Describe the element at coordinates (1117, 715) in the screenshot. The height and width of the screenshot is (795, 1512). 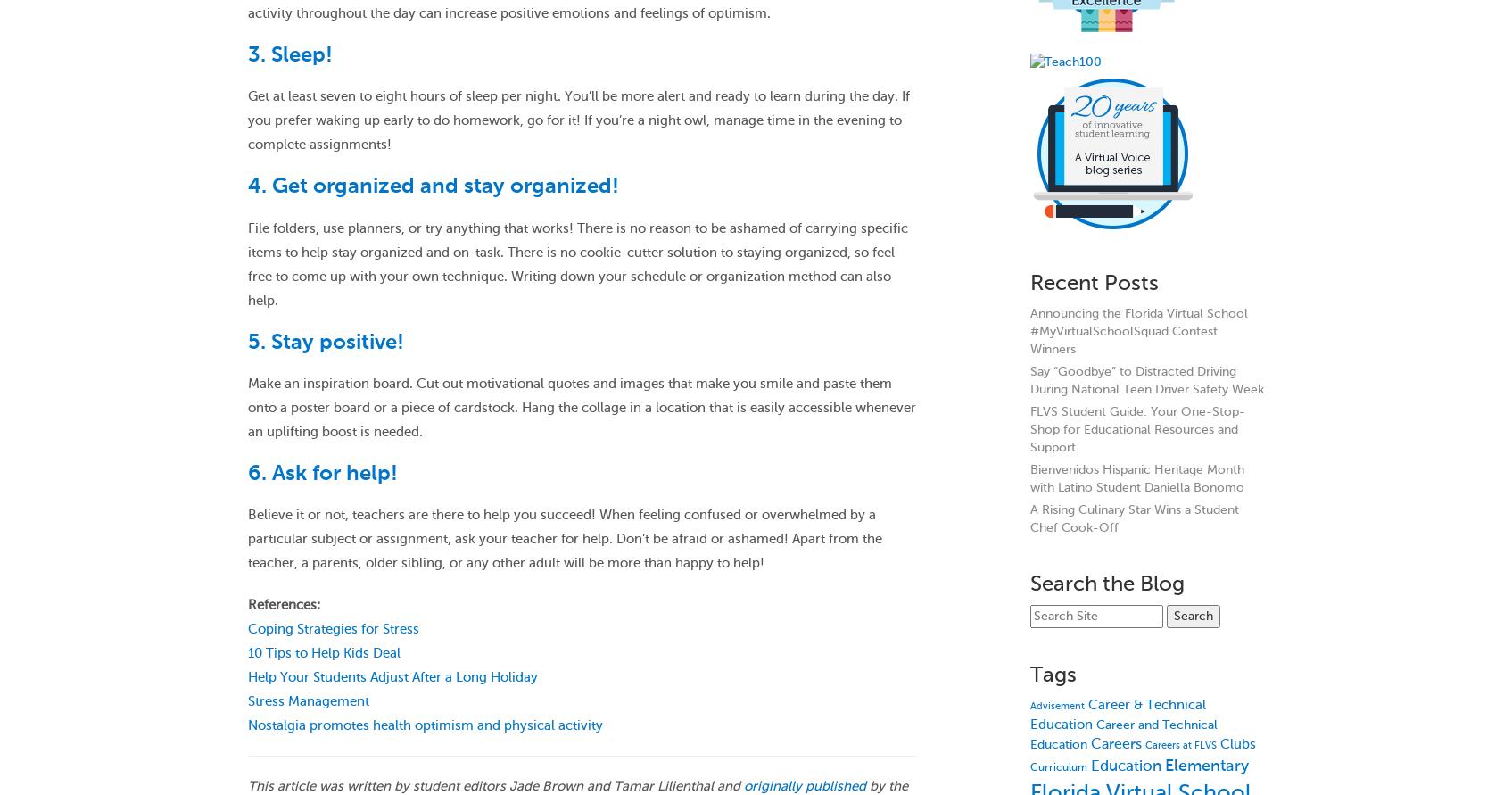
I see `'Career & Technical Education'` at that location.